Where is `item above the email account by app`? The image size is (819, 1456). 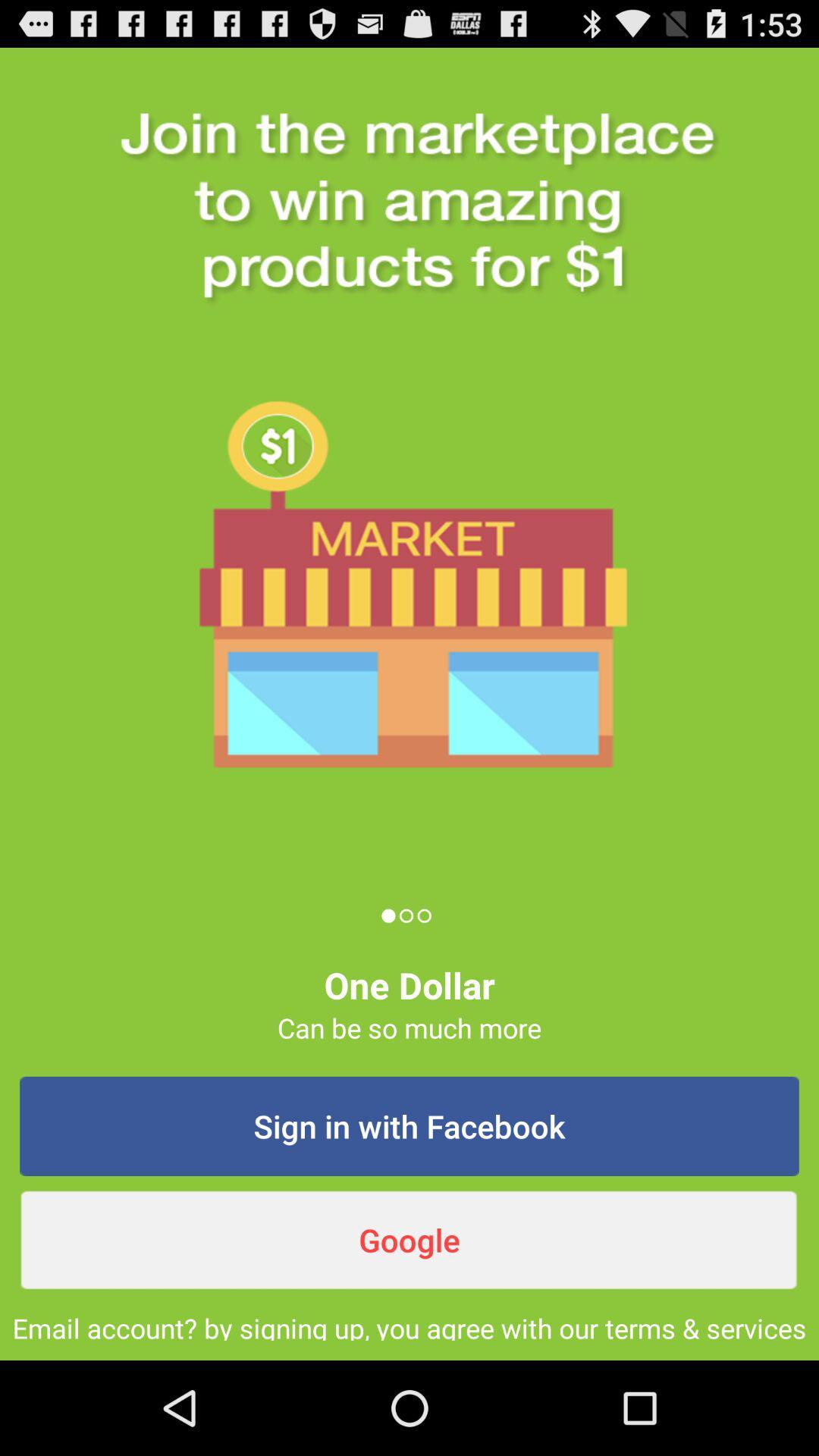 item above the email account by app is located at coordinates (409, 1240).